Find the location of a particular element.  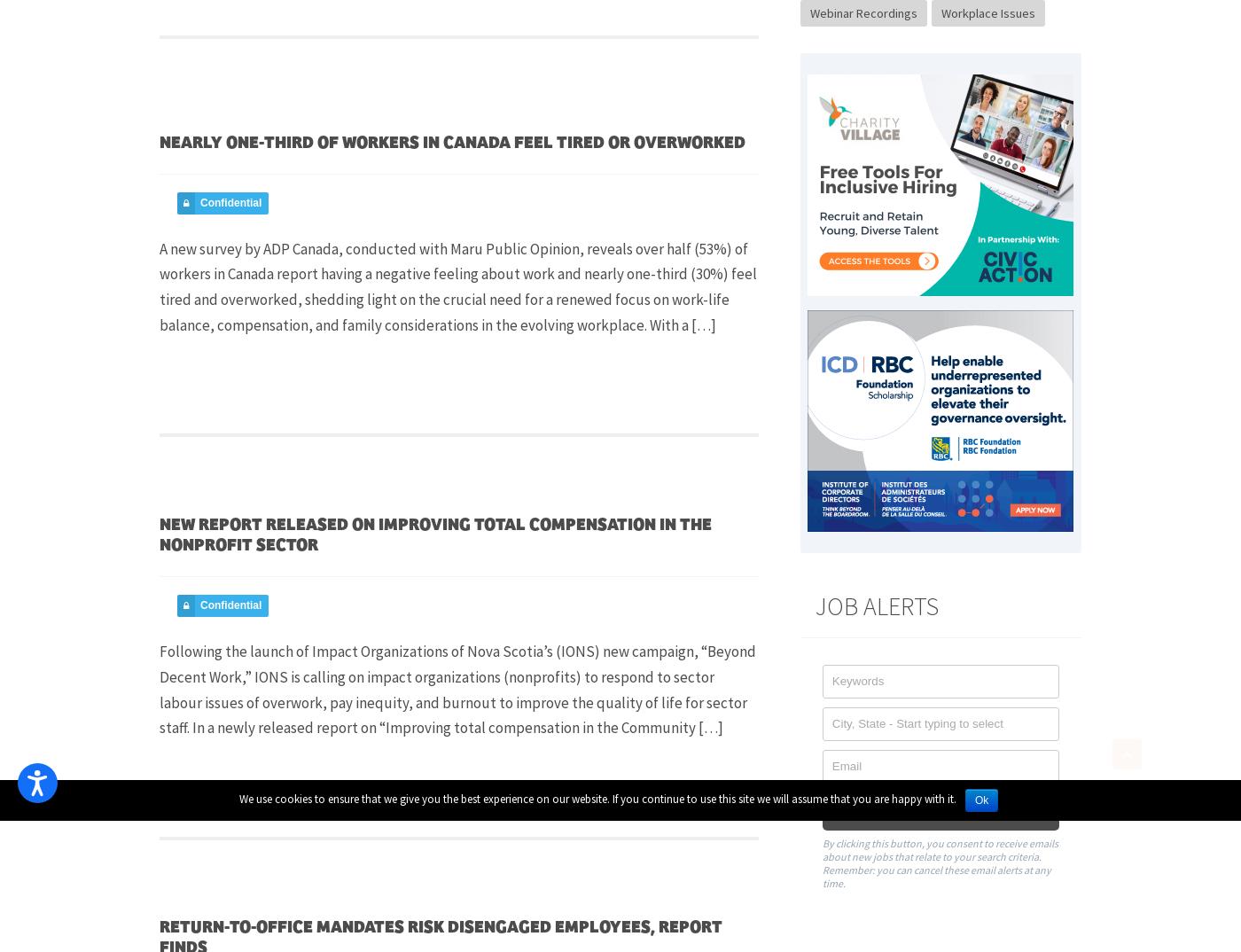

'By clicking this button, you consent to receive emails about new jobs that relate to your search criteria. Remember: you can cancel these email alerts at any time.' is located at coordinates (939, 862).